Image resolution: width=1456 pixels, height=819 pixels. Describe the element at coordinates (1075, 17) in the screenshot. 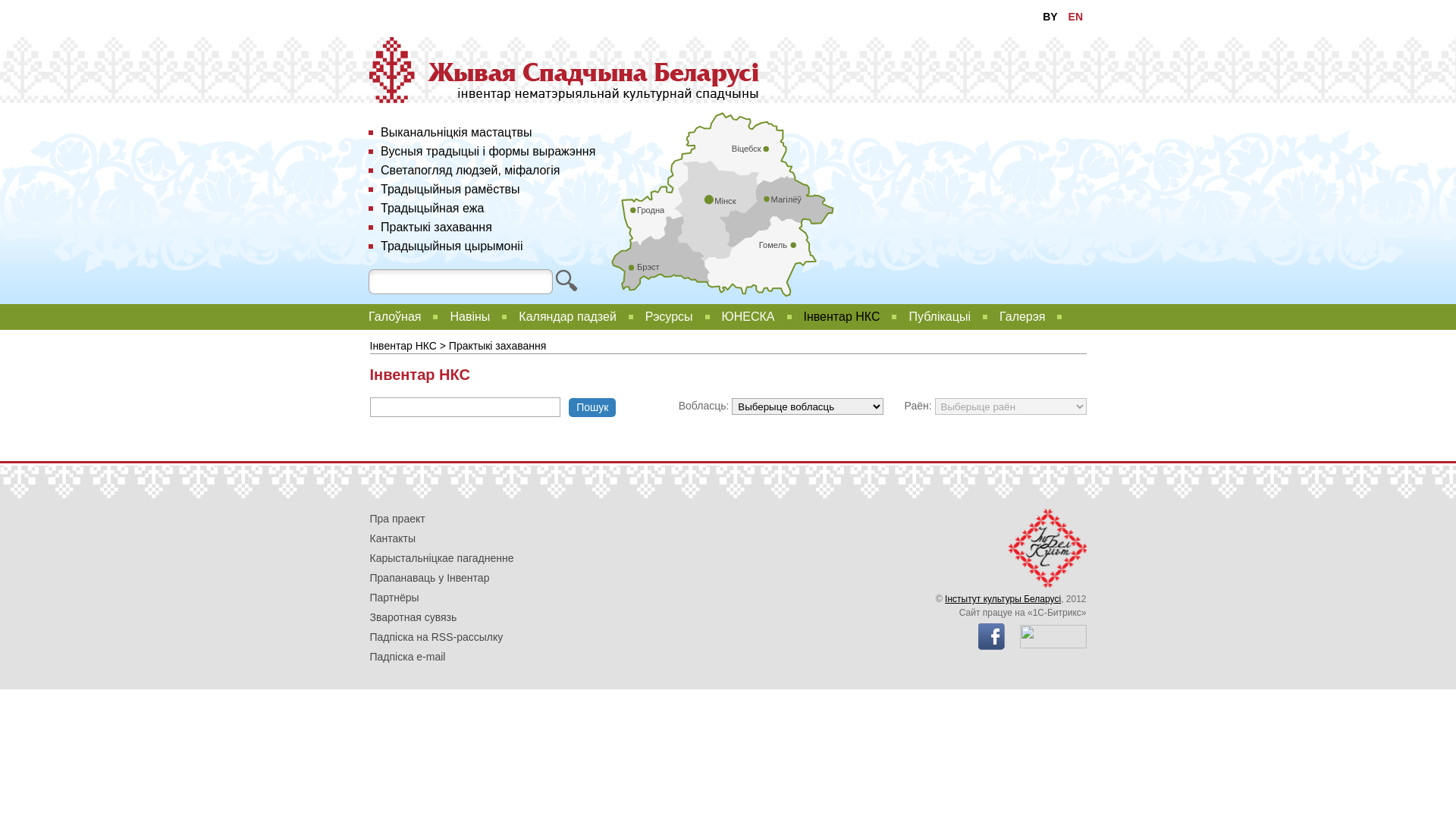

I see `'EN'` at that location.